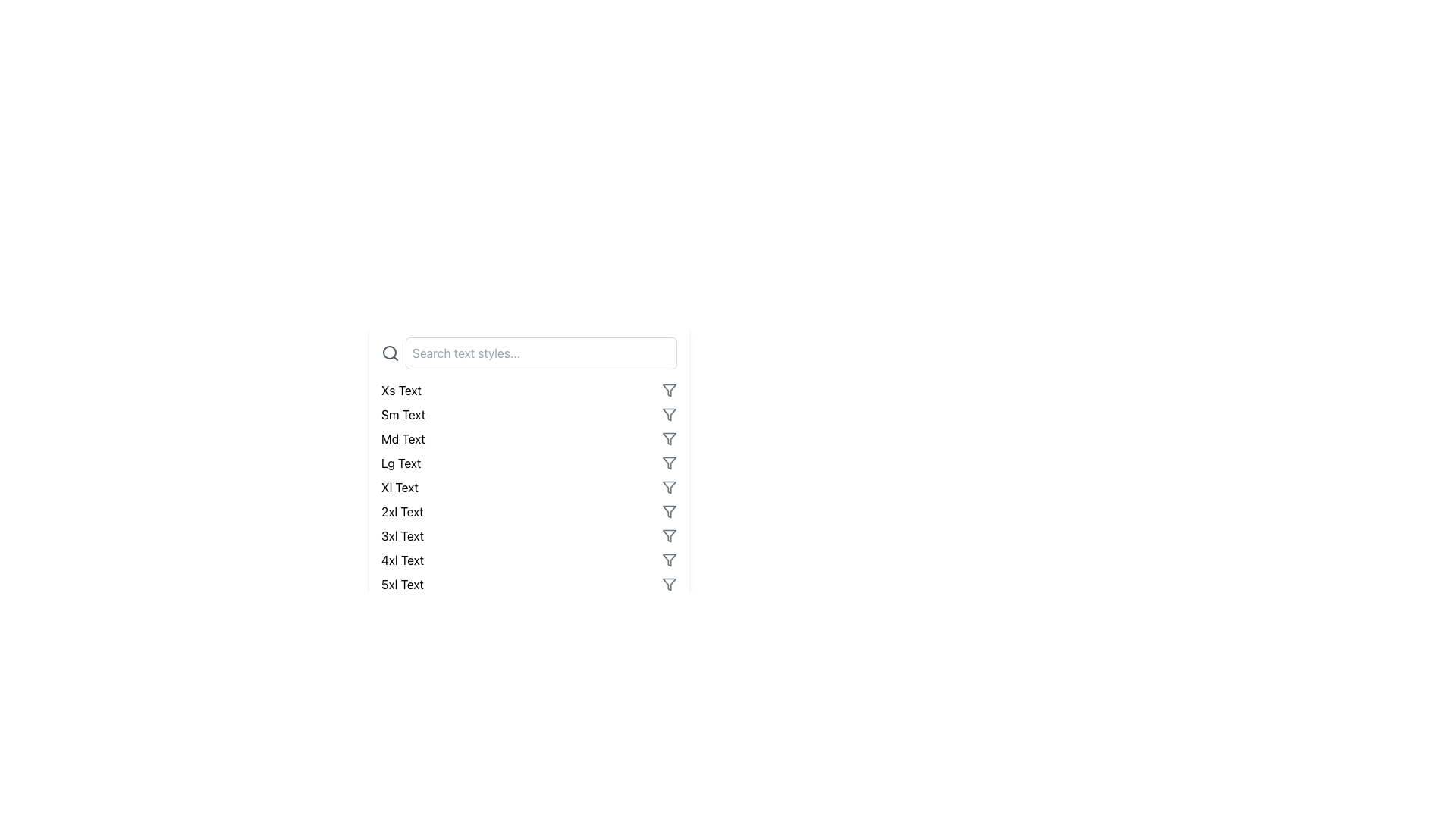 The width and height of the screenshot is (1456, 819). What do you see at coordinates (669, 512) in the screenshot?
I see `the filter icon resembling a funnel located next to the label '2xl Text' in the vertical list` at bounding box center [669, 512].